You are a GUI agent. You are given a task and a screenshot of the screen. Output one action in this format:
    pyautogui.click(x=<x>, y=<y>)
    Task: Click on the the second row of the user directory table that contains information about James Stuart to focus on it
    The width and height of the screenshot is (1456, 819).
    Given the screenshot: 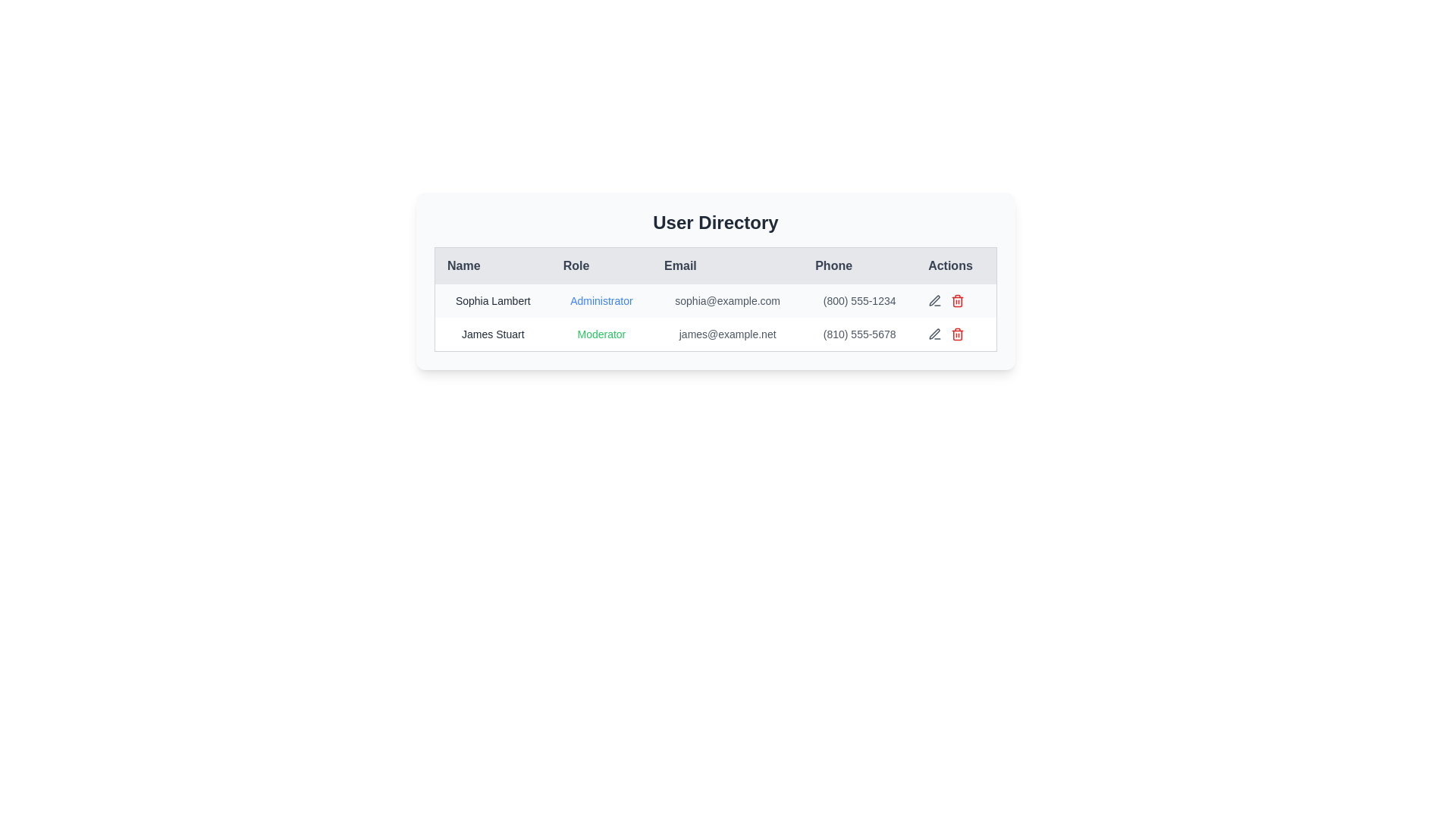 What is the action you would take?
    pyautogui.click(x=715, y=333)
    